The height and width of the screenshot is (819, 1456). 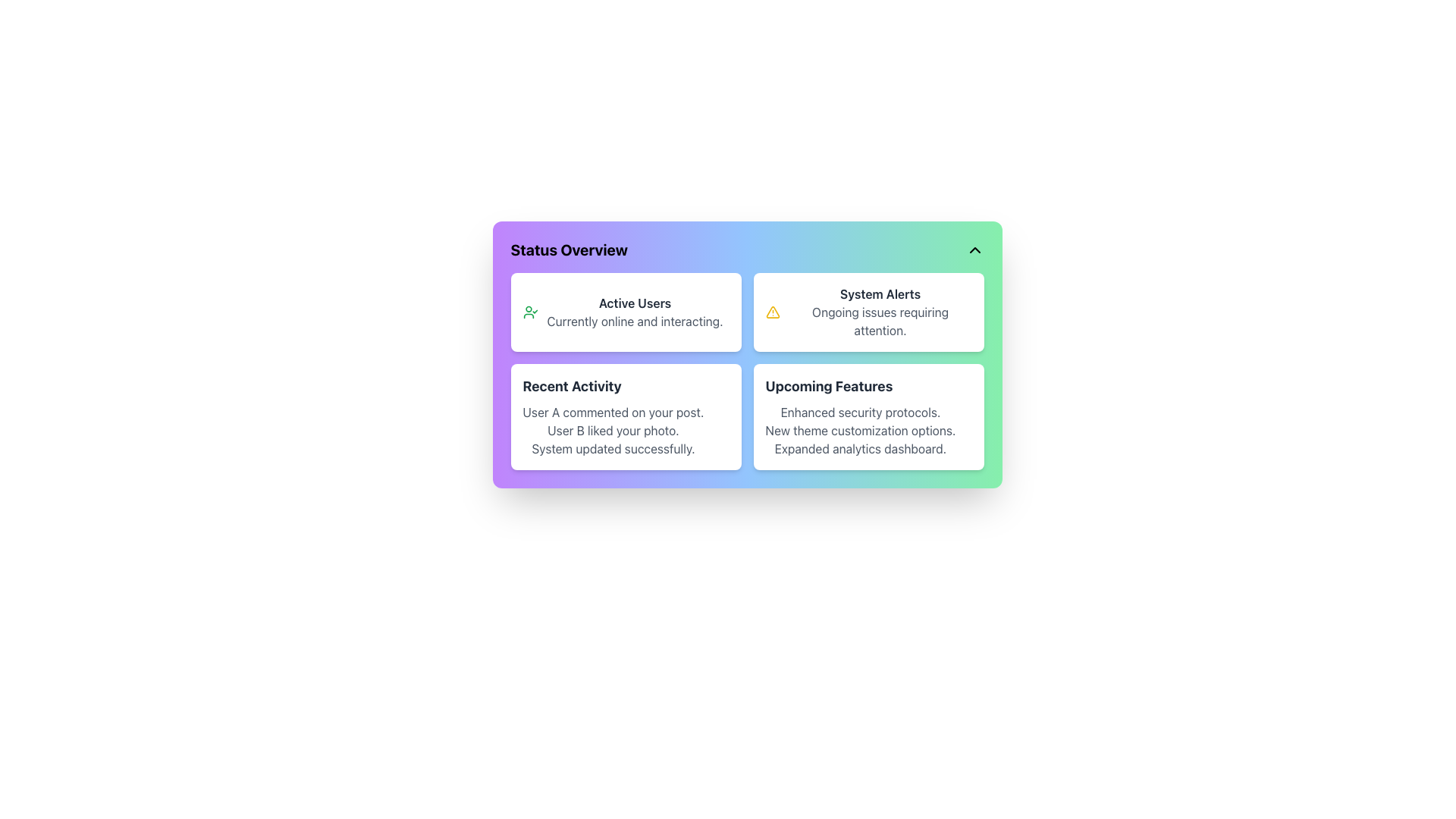 I want to click on the heading element indicating active users in the 'Status Overview' section, located in the top-left quadrant above the text 'Currently online and interacting.', so click(x=635, y=303).